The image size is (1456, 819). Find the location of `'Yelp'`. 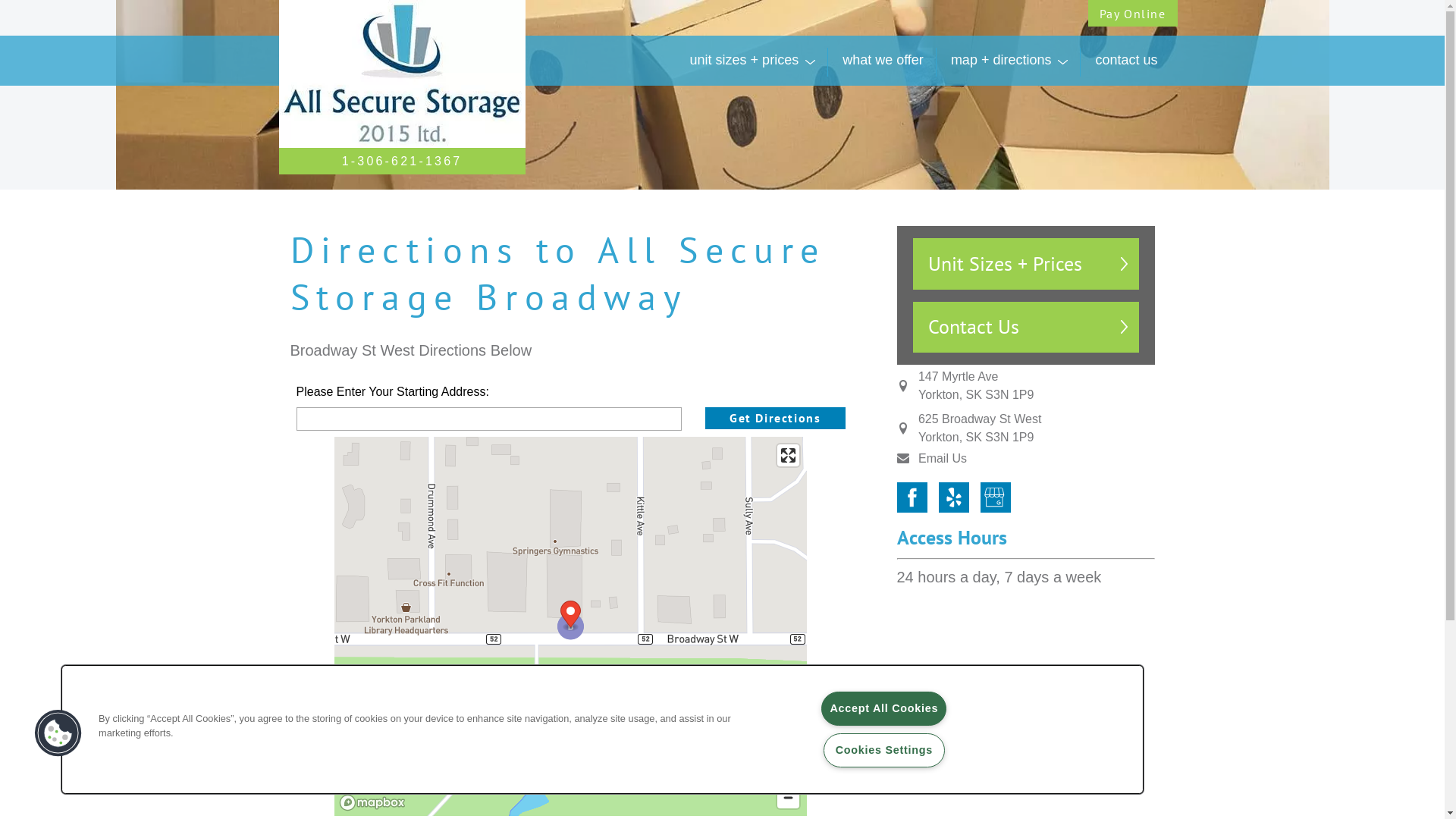

'Yelp' is located at coordinates (952, 497).